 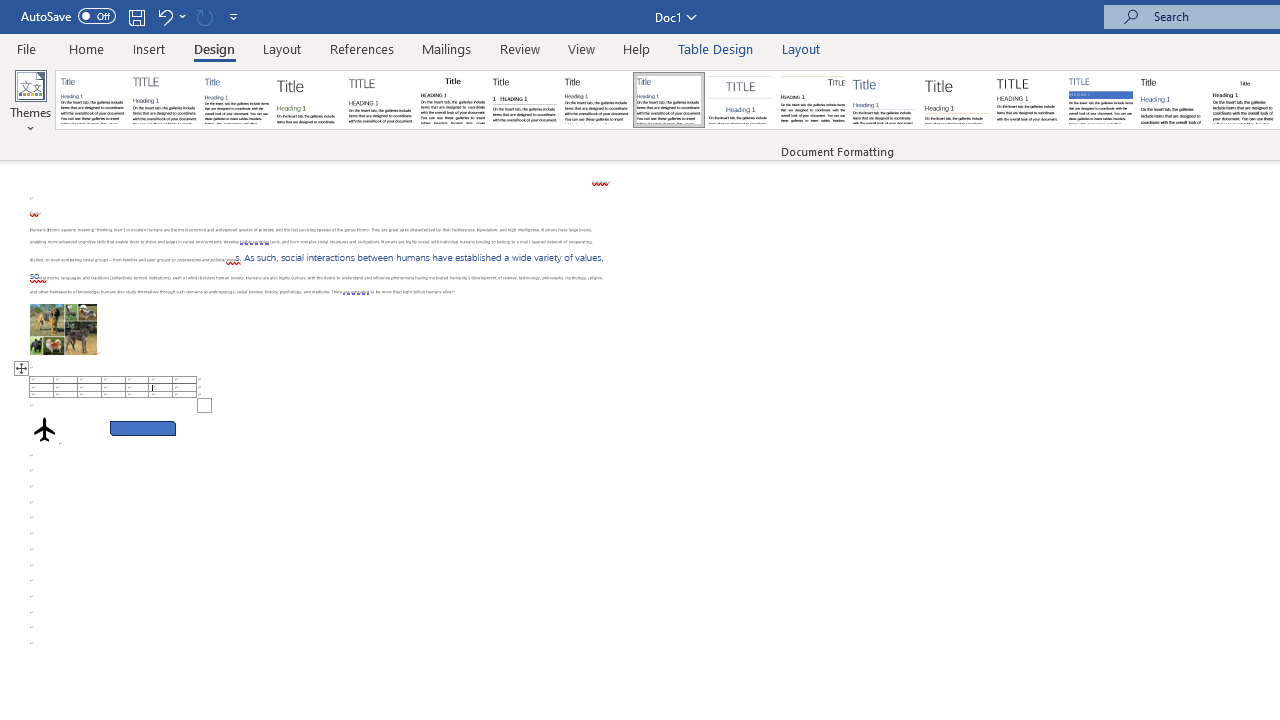 I want to click on 'Basic (Stylish)', so click(x=308, y=100).